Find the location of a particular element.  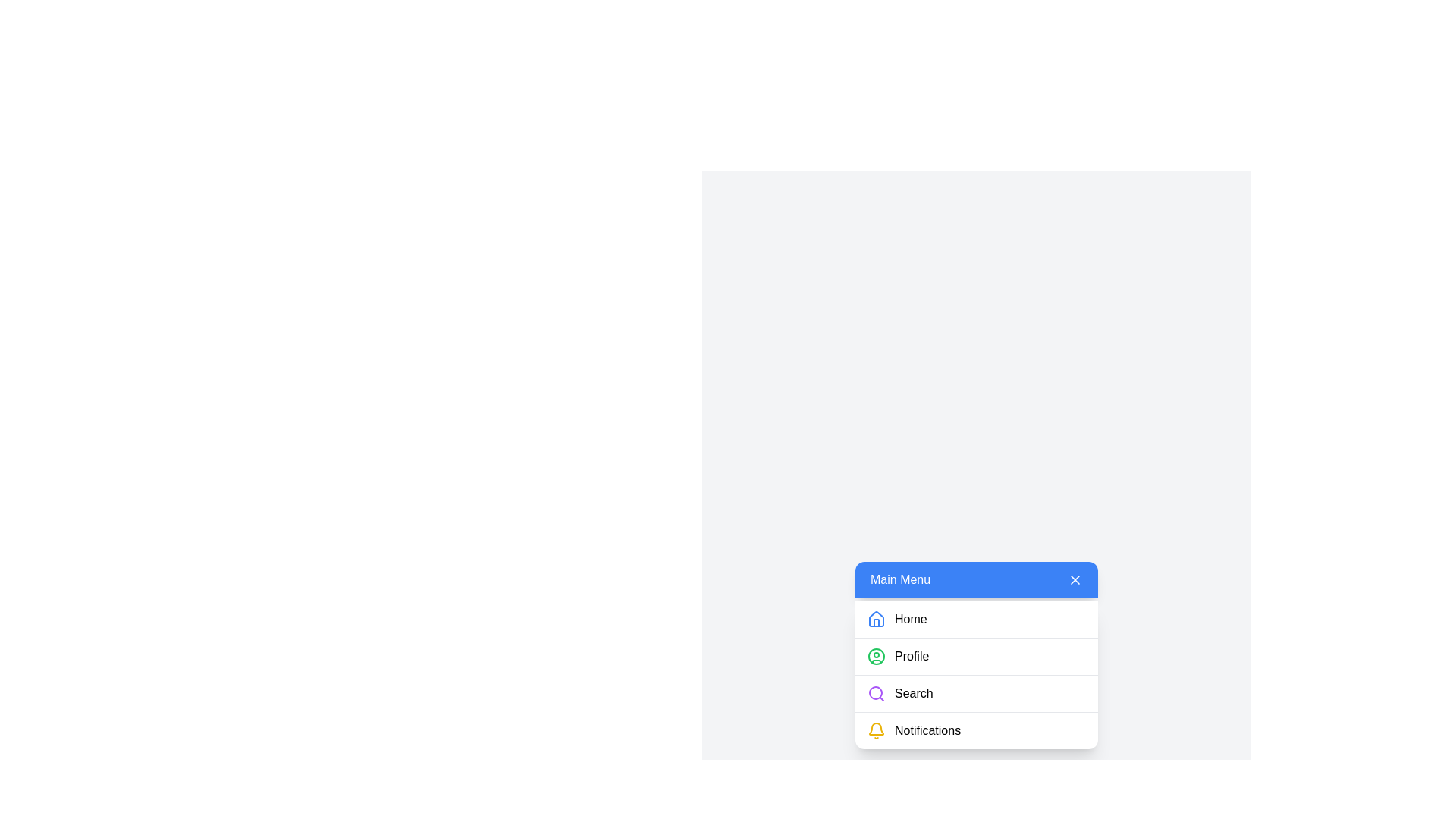

the purple search icon, represented by a magnifying glass graphic, located within the 'Search' menu item is located at coordinates (877, 693).